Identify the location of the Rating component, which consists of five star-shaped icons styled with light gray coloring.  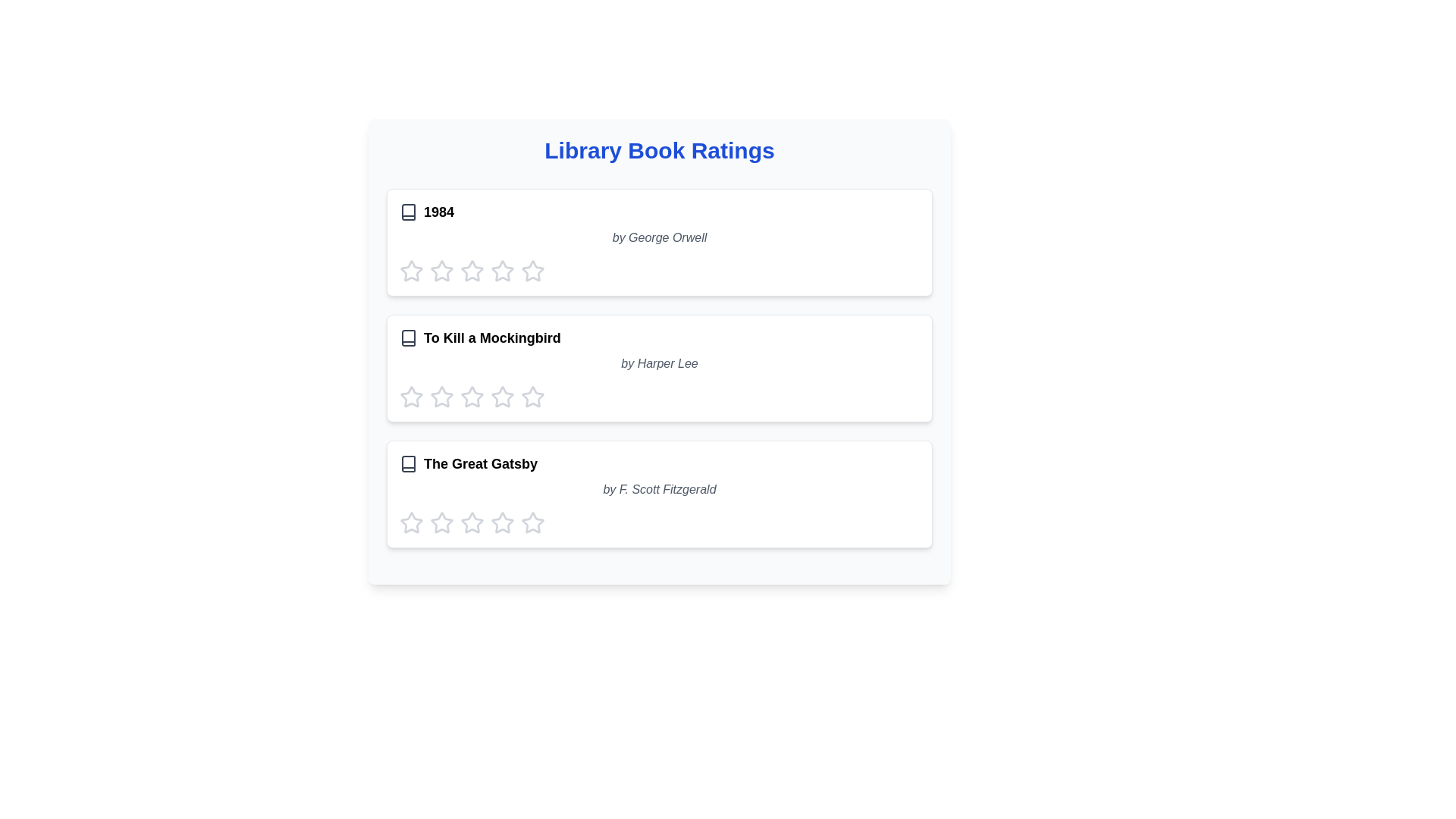
(659, 522).